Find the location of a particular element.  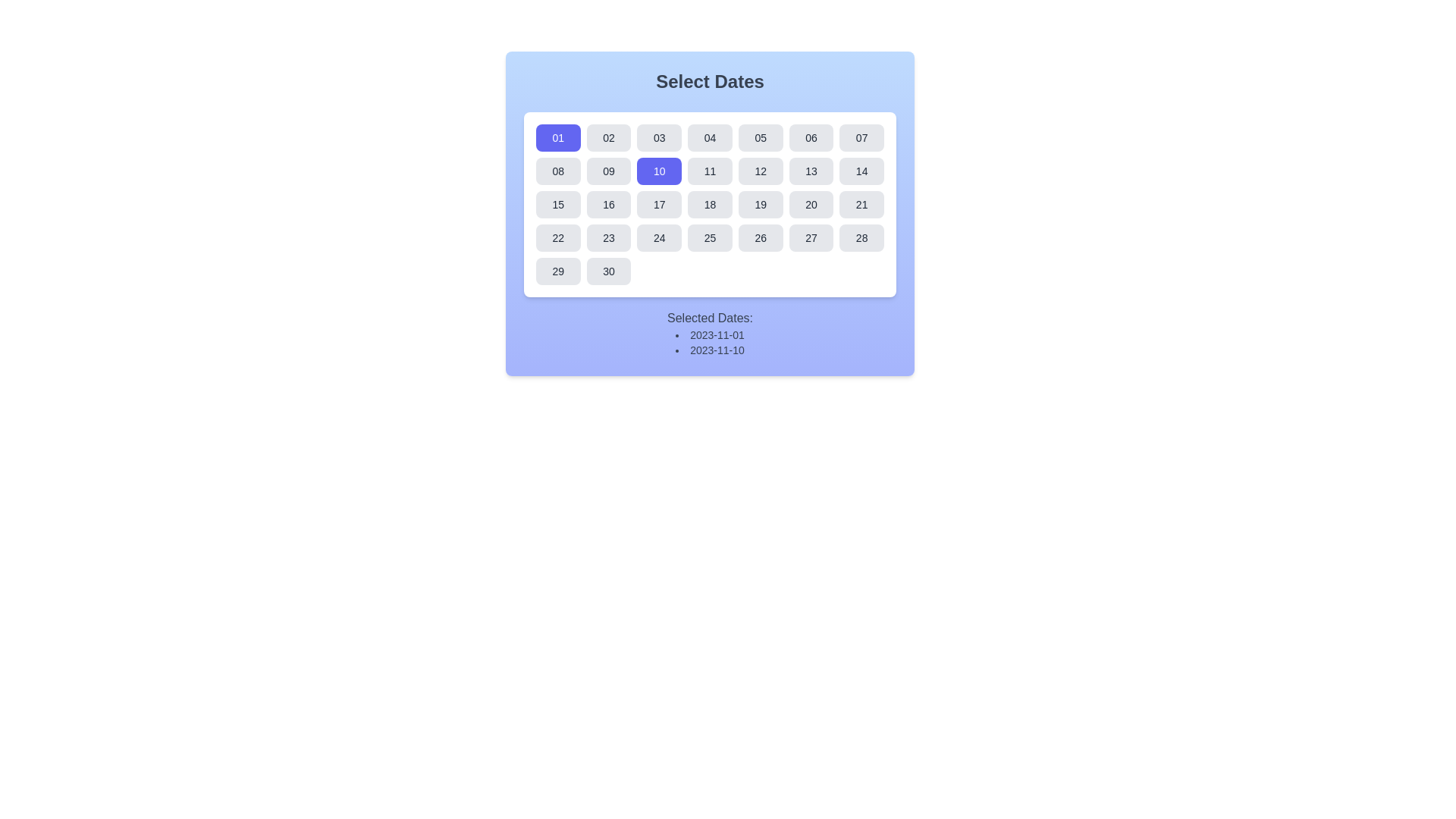

the button representing the date '12' in the second row and fifth column of the calendar grid is located at coordinates (761, 171).